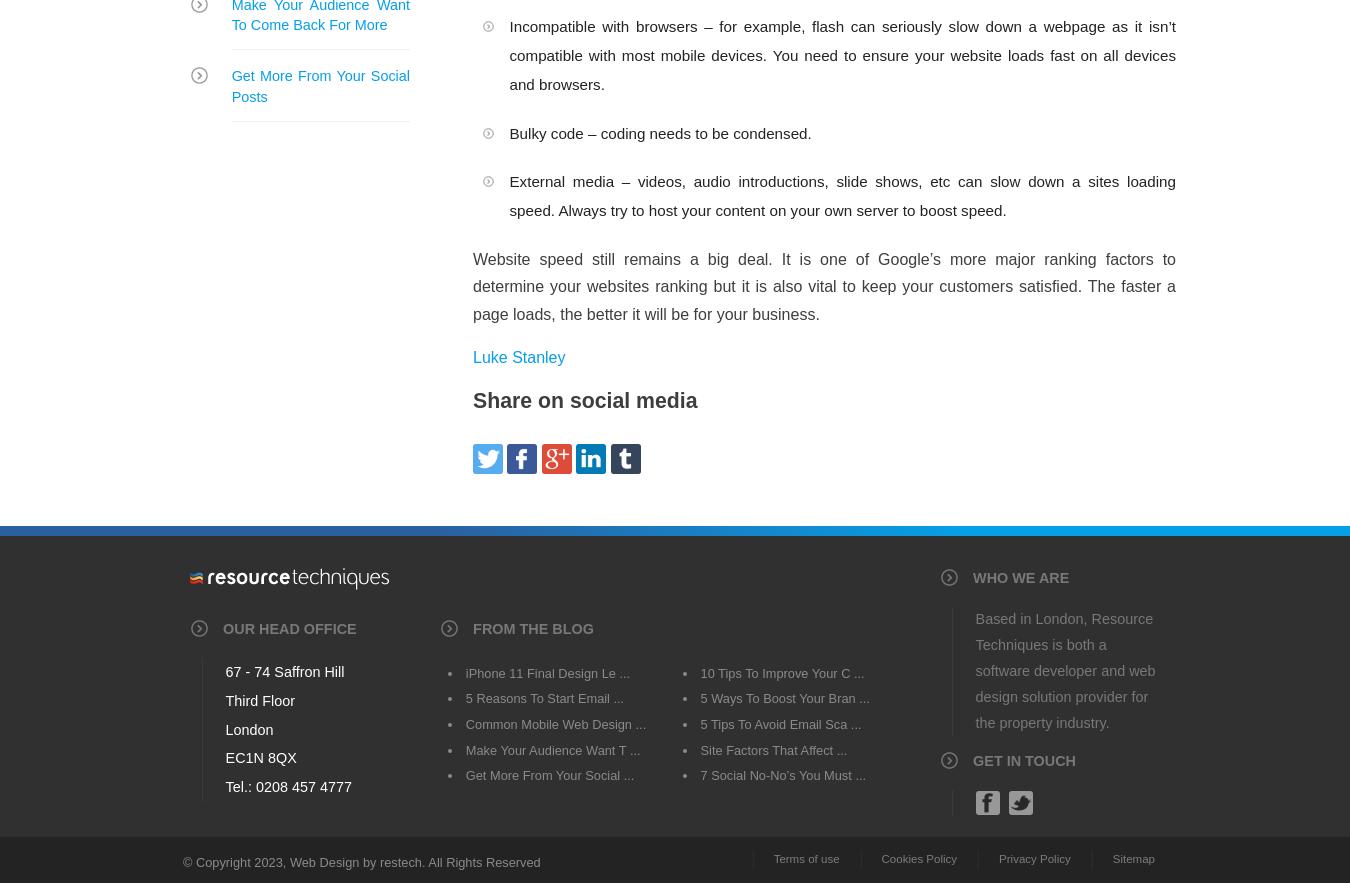 The image size is (1350, 883). I want to click on 'External media – videos, audio introductions, slide shows, etc can slow down a sites loading speed. Always try to host your content on your own server to boost speed.', so click(842, 195).